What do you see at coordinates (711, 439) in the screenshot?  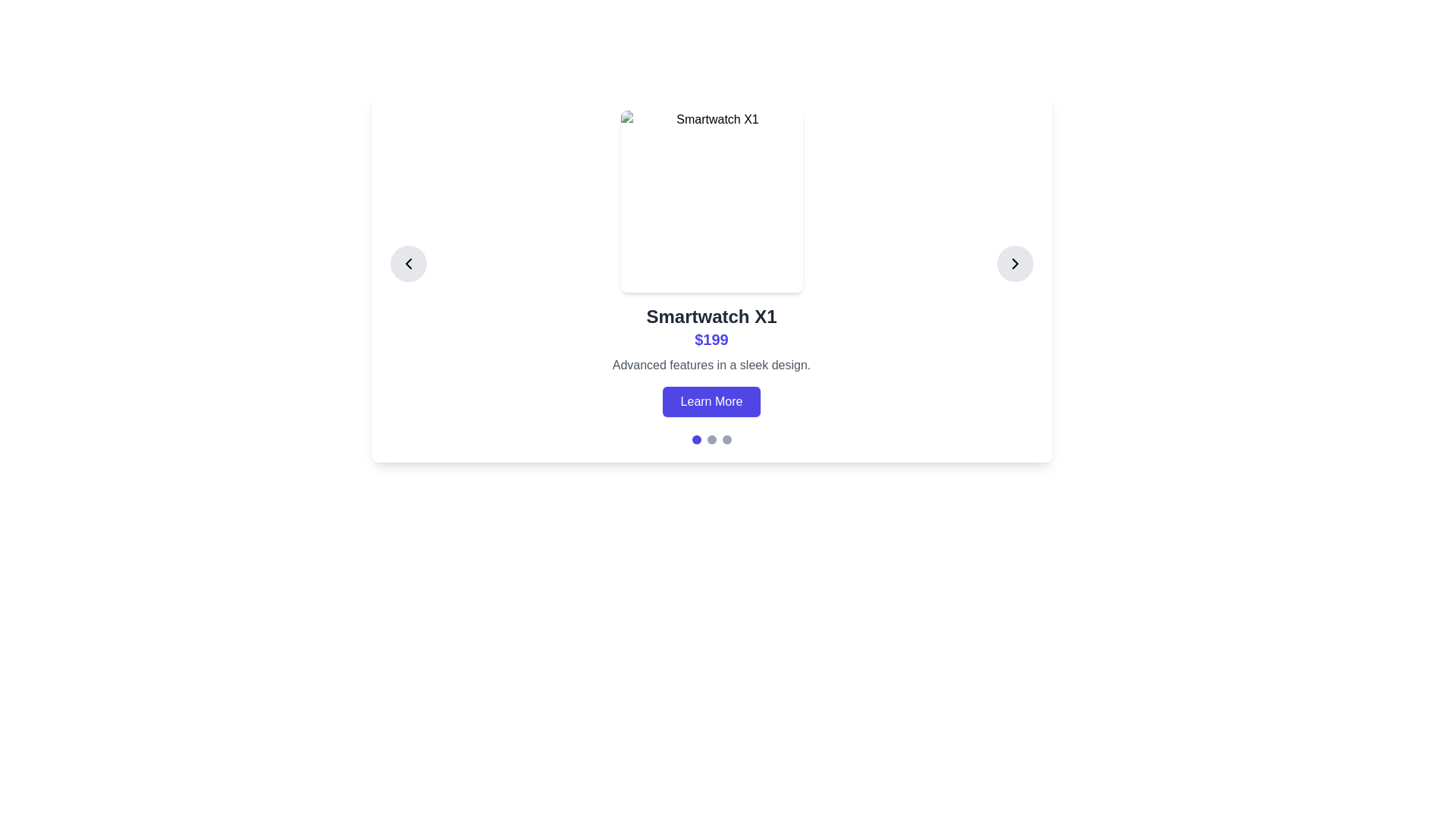 I see `the second gray dot of the Carousel position indicator, which consists of three circular dots arranged horizontally` at bounding box center [711, 439].